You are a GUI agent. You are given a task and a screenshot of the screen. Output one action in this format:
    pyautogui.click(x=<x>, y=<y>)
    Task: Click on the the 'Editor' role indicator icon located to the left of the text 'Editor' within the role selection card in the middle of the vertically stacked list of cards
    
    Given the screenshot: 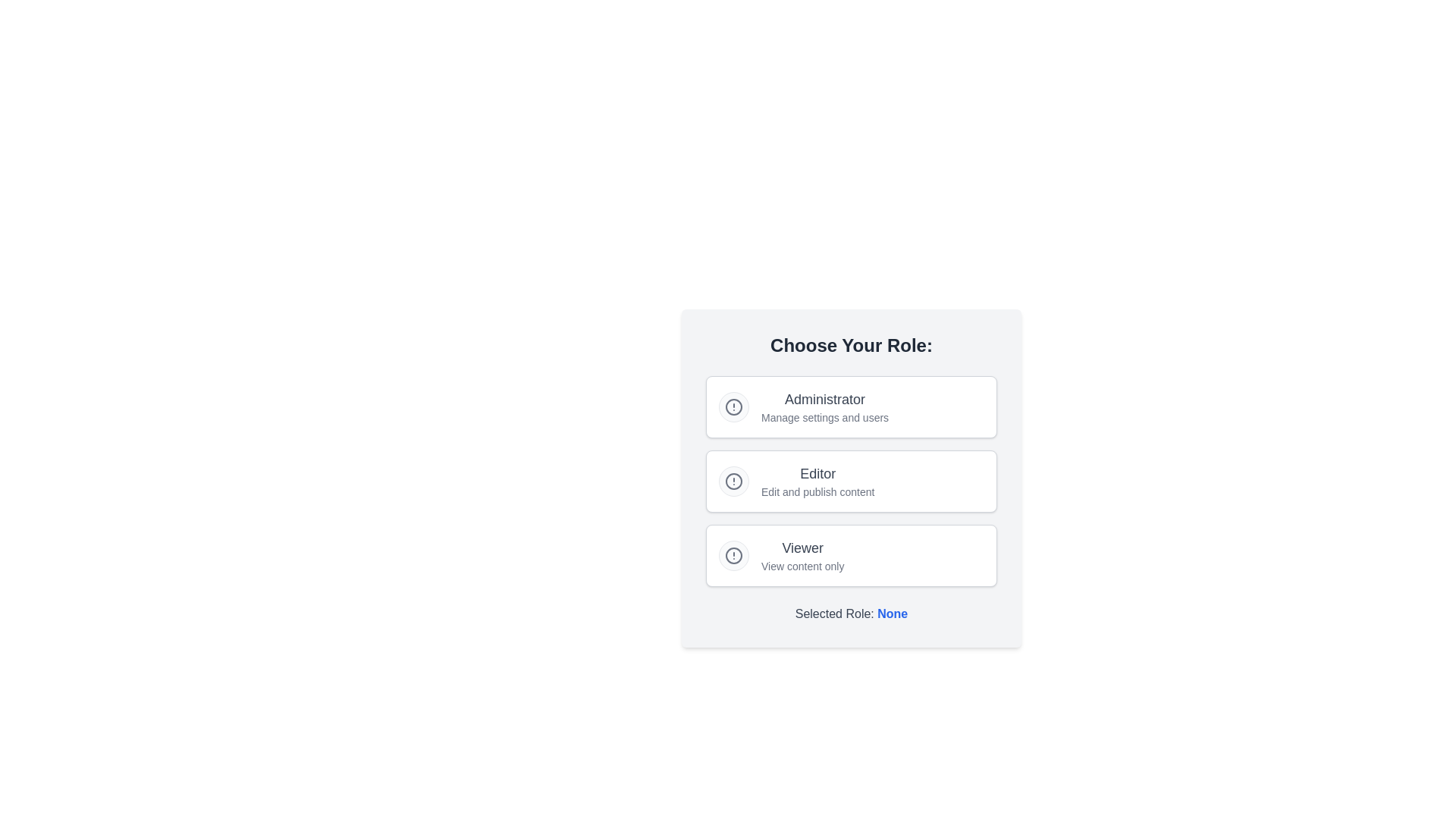 What is the action you would take?
    pyautogui.click(x=734, y=482)
    